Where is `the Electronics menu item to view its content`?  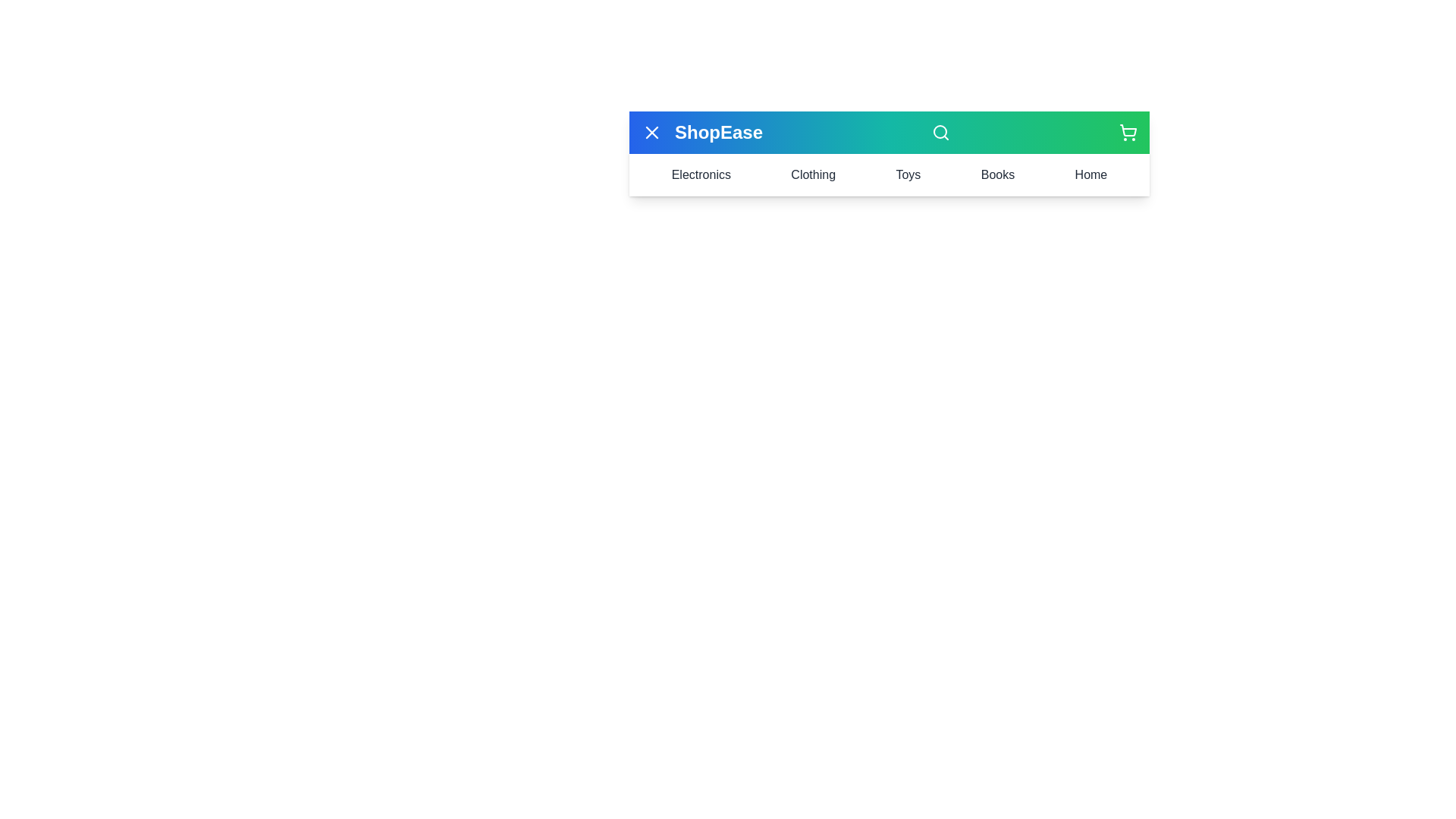
the Electronics menu item to view its content is located at coordinates (700, 174).